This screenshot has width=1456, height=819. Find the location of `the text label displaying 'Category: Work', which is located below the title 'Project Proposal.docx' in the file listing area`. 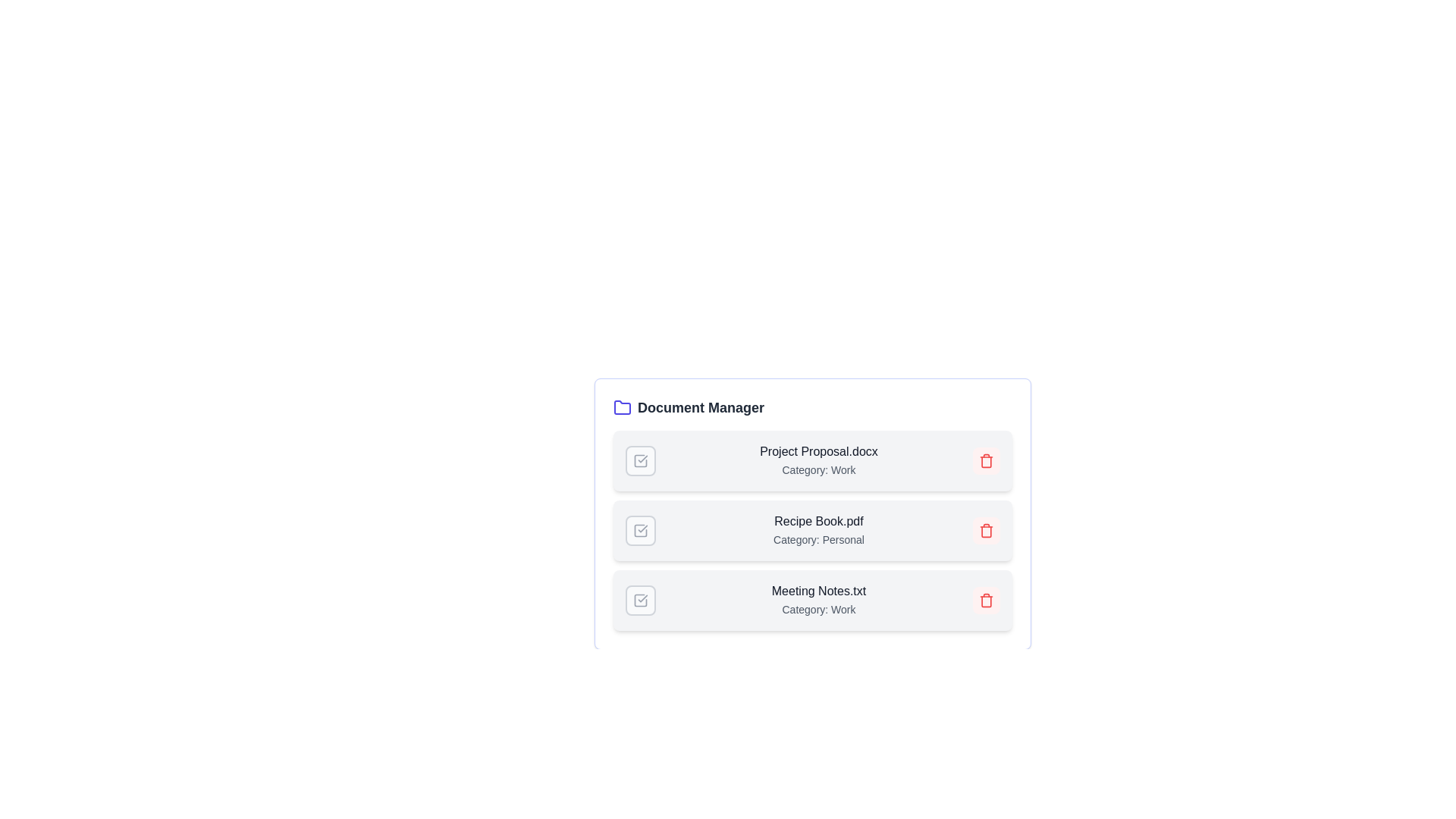

the text label displaying 'Category: Work', which is located below the title 'Project Proposal.docx' in the file listing area is located at coordinates (818, 469).